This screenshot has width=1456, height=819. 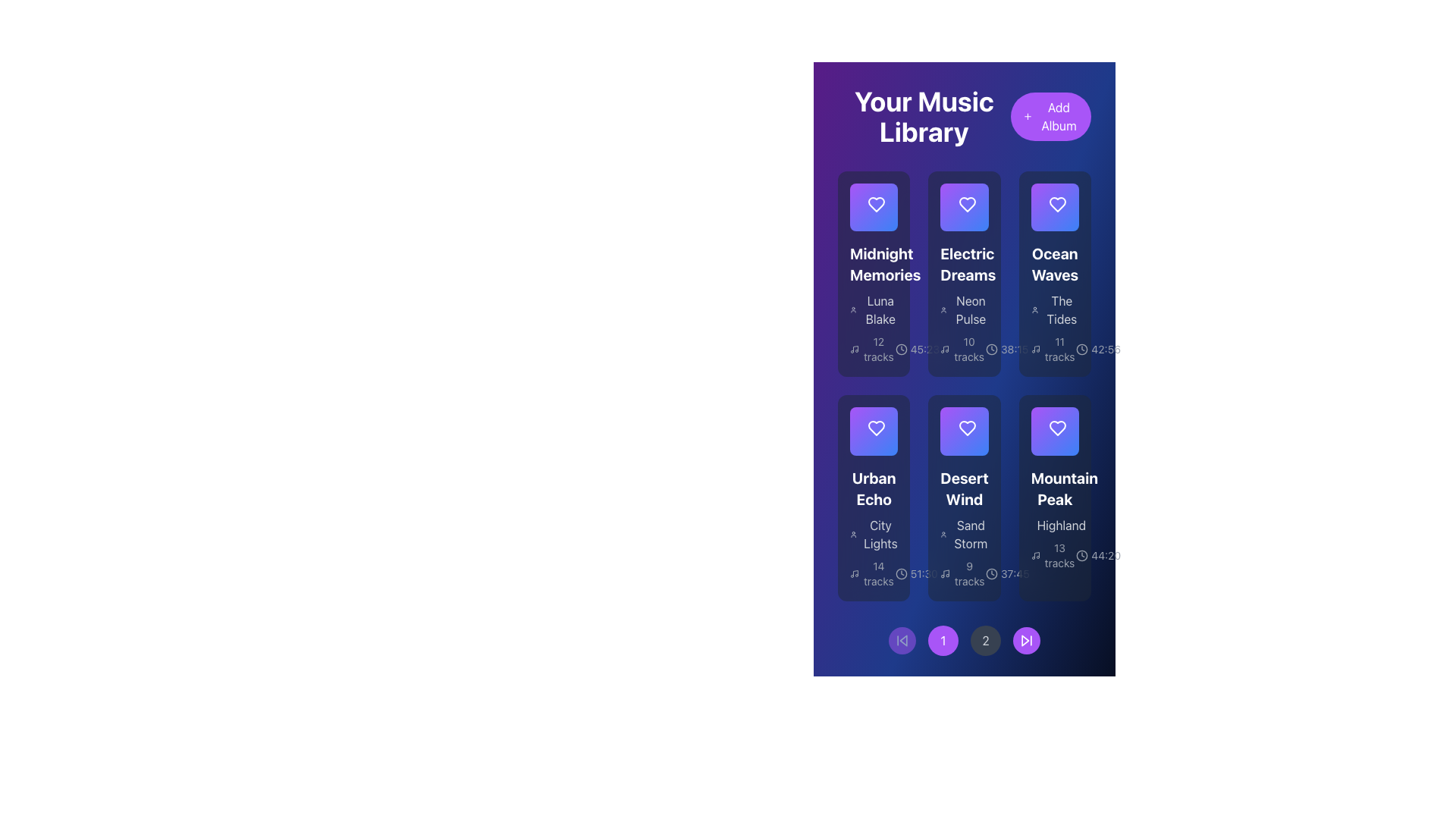 I want to click on the text label with an icon indicating the number of audio tracks in the 'Electric Dreams' album, located in the second column of the first row of the music library grid, below the album title 'Neon Pulse', so click(x=964, y=350).